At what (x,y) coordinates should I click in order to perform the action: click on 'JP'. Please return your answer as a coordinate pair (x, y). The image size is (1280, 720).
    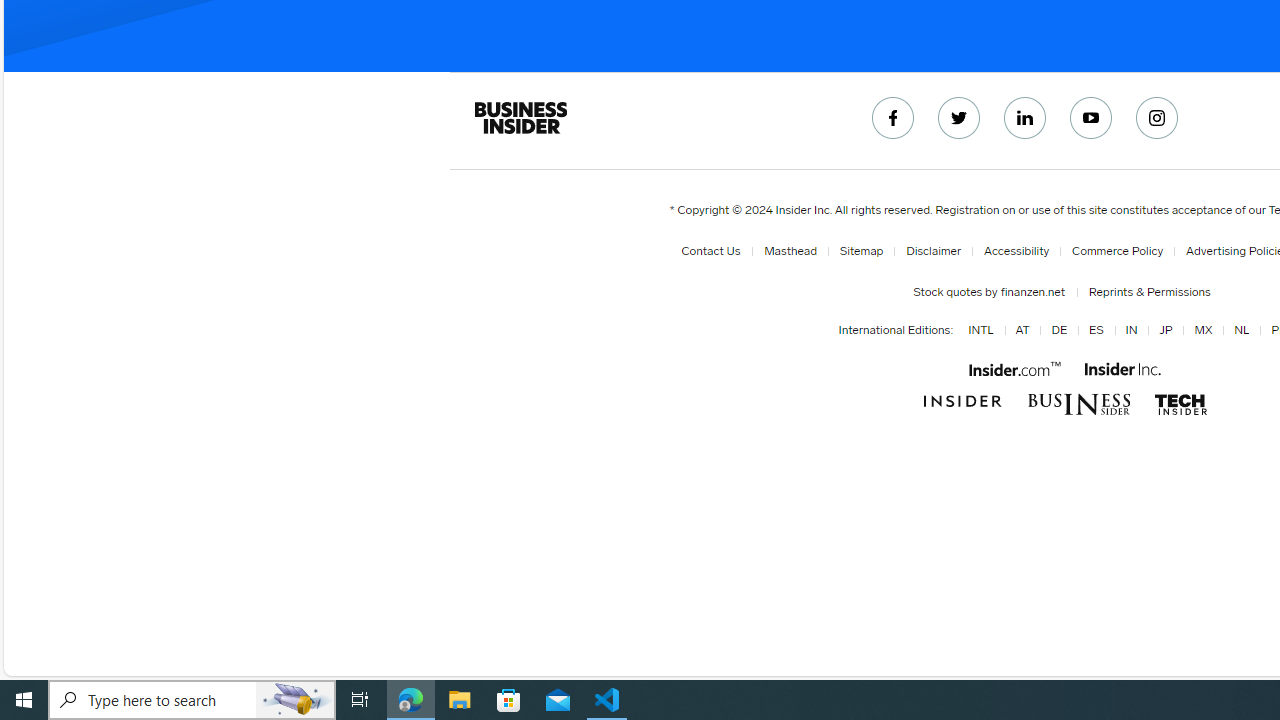
    Looking at the image, I should click on (1165, 330).